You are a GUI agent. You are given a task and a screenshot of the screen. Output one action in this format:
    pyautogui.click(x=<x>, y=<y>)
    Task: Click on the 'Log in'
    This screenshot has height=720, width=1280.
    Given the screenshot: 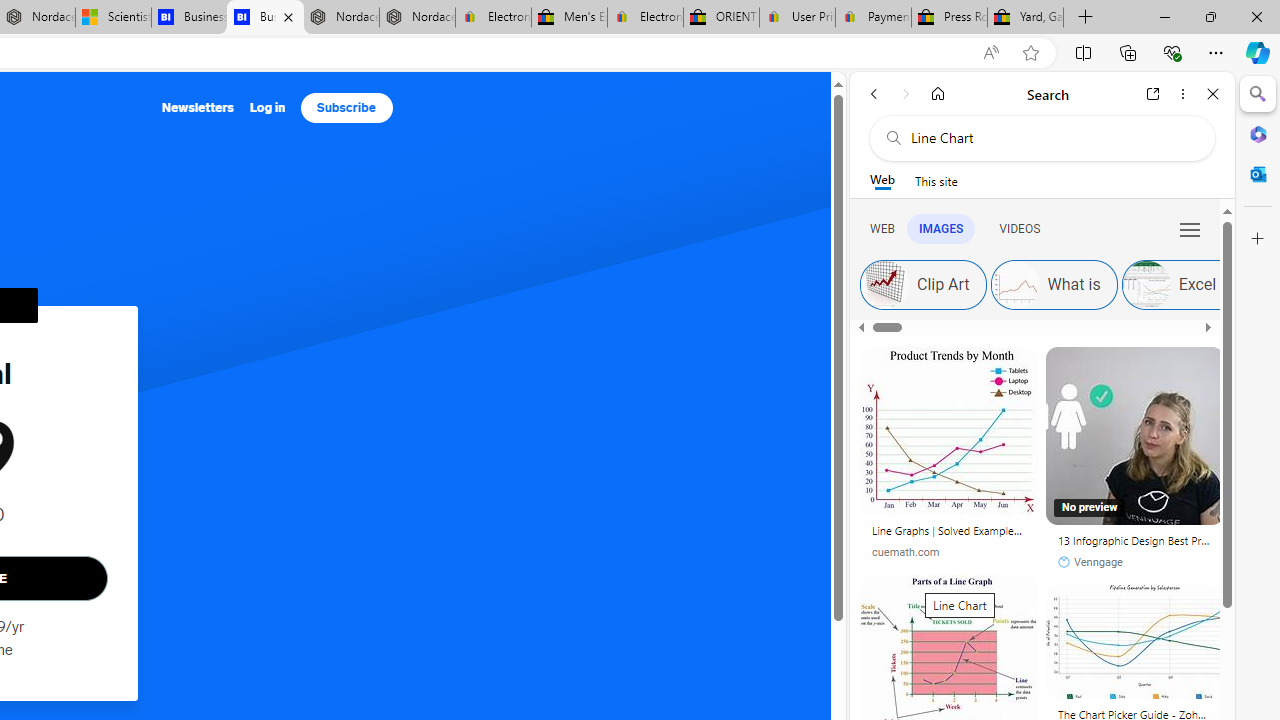 What is the action you would take?
    pyautogui.click(x=266, y=108)
    